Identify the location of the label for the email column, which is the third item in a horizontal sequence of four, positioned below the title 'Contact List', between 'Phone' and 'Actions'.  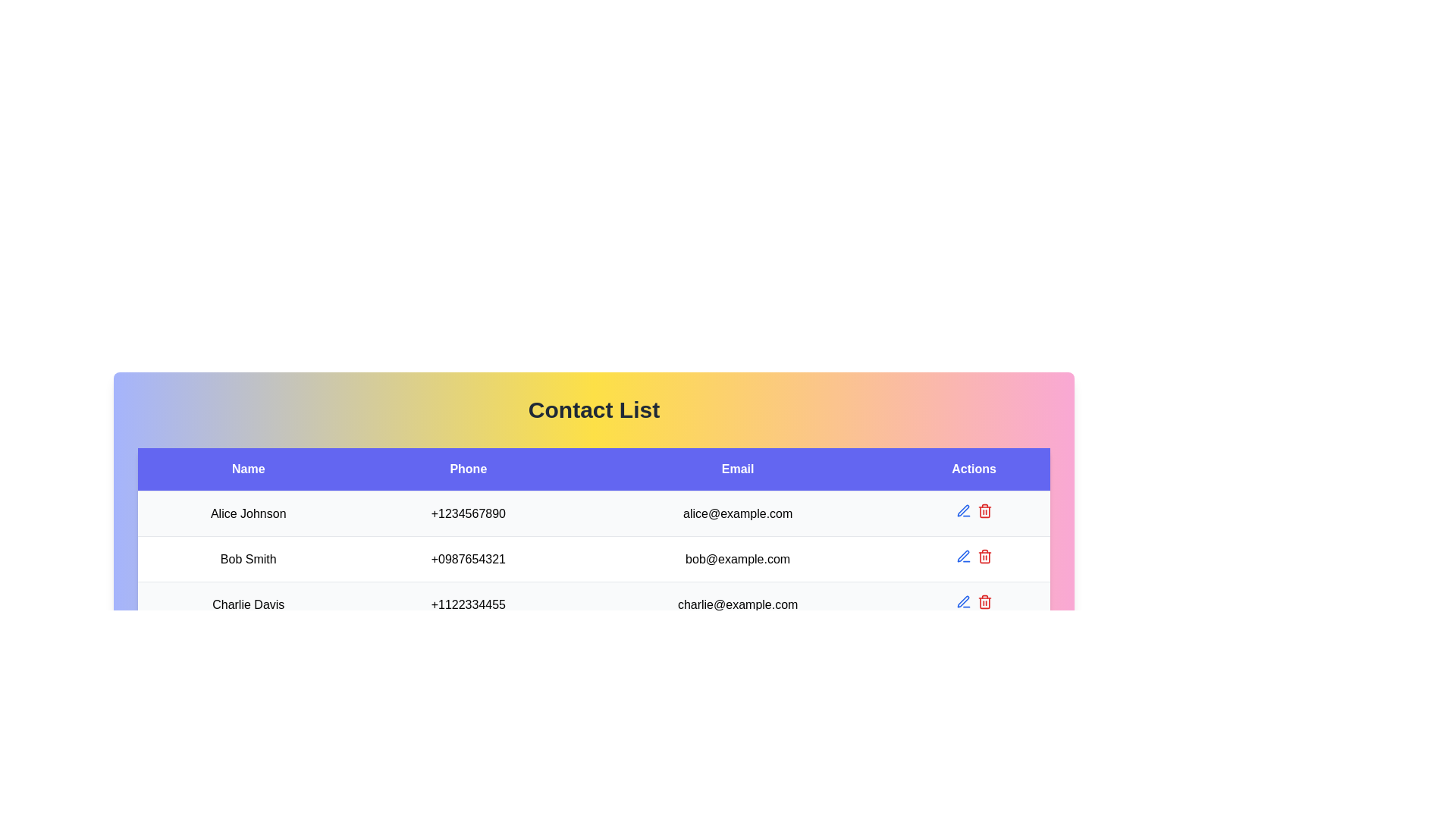
(738, 469).